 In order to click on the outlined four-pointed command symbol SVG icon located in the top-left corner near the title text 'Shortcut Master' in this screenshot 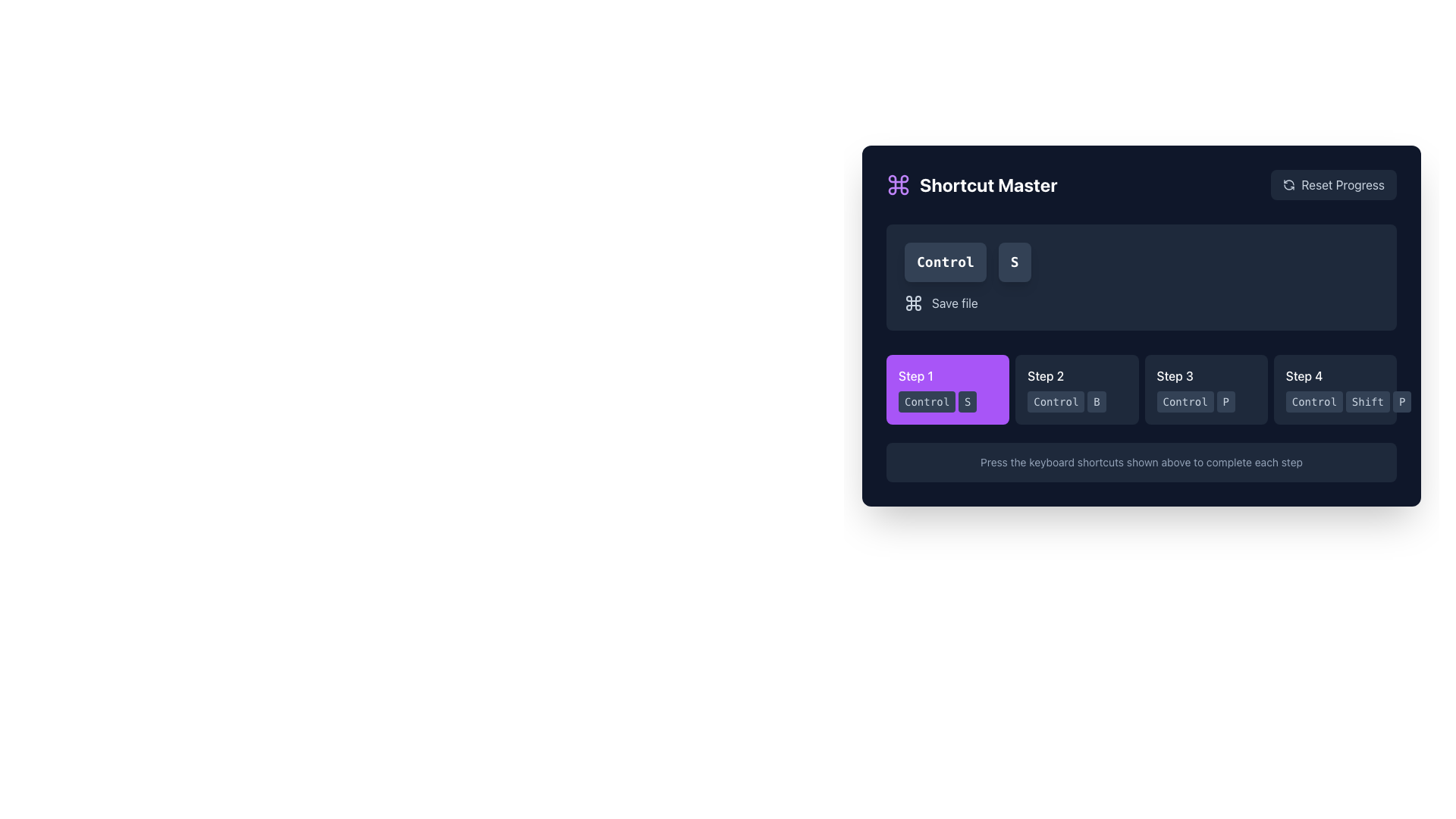, I will do `click(912, 303)`.